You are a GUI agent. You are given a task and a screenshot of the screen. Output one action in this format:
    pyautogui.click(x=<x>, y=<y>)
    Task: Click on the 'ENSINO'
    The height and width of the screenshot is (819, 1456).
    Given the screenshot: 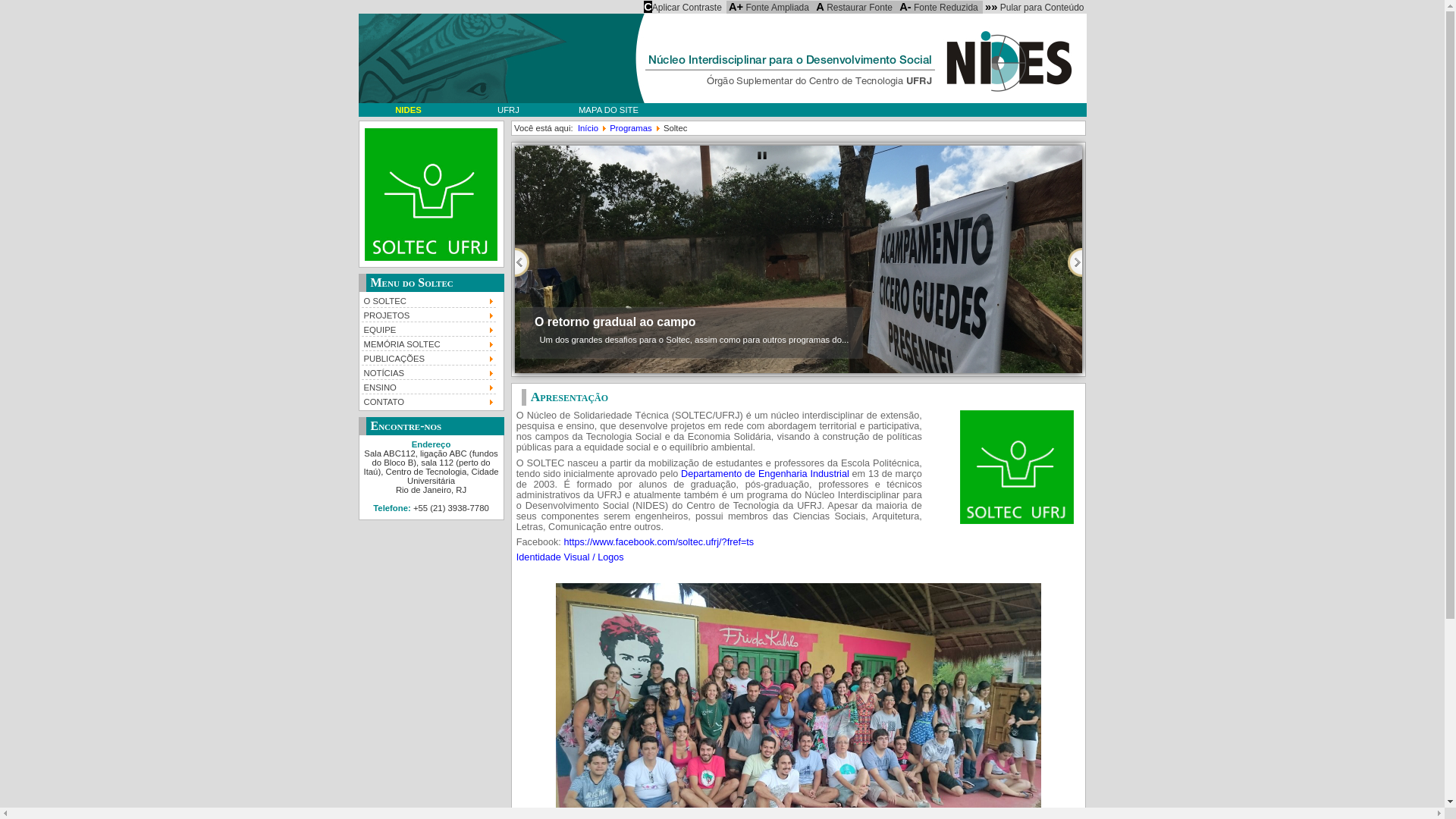 What is the action you would take?
    pyautogui.click(x=428, y=385)
    